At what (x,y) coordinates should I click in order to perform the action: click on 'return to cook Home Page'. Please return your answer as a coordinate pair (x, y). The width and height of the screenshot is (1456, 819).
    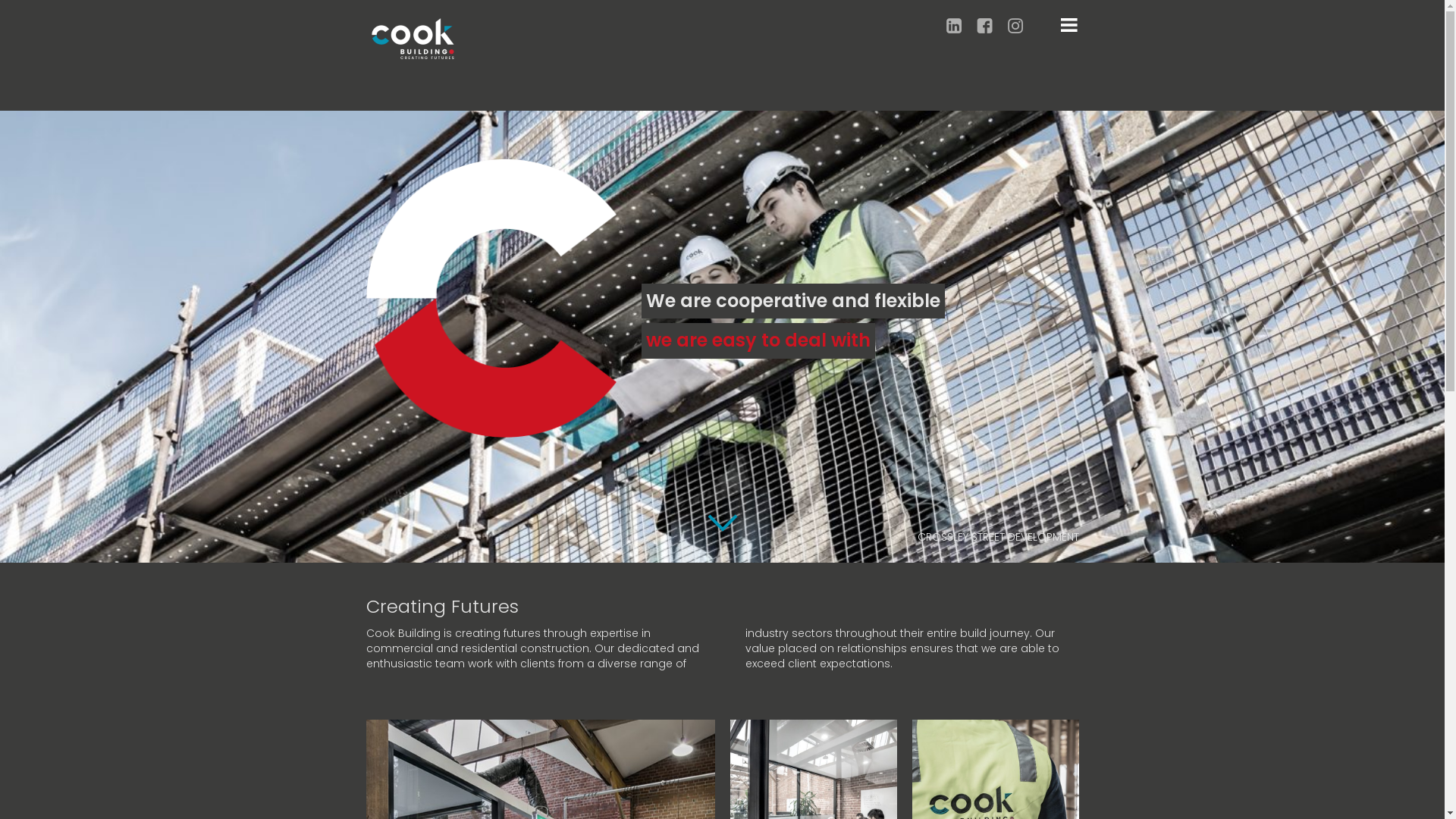
    Looking at the image, I should click on (412, 37).